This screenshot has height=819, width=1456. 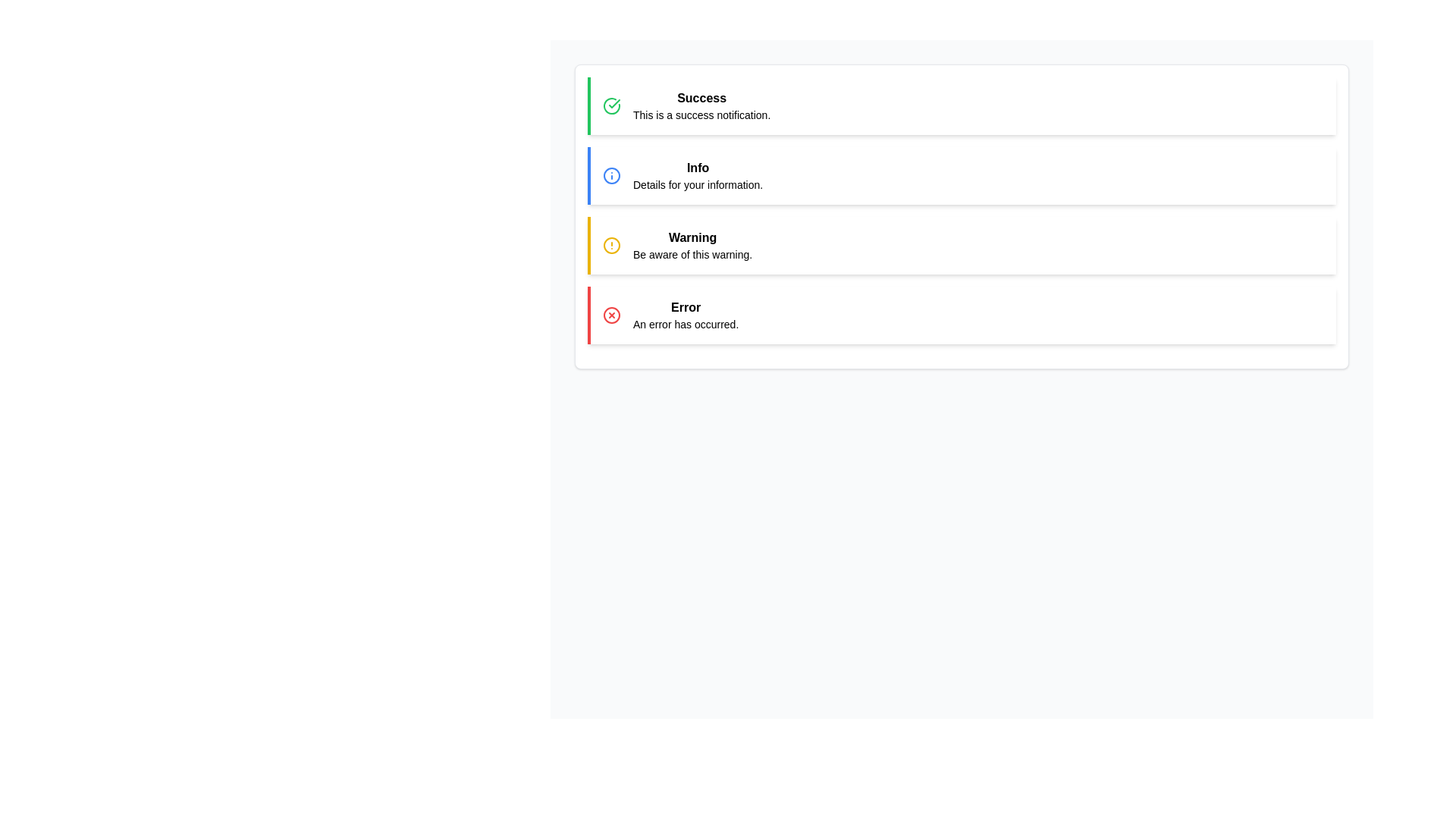 I want to click on the success icon located at the top left corner of the green bordered notification box, so click(x=611, y=105).